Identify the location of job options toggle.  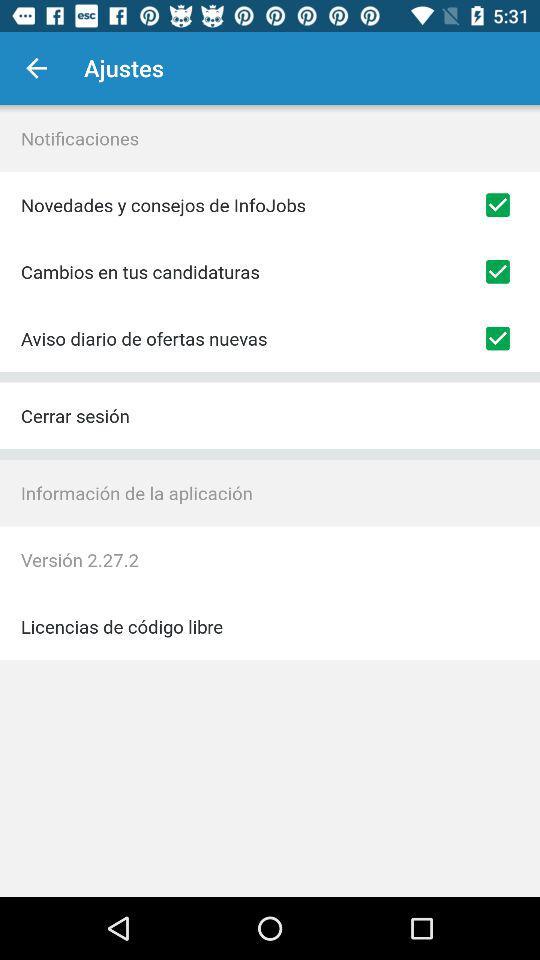
(496, 205).